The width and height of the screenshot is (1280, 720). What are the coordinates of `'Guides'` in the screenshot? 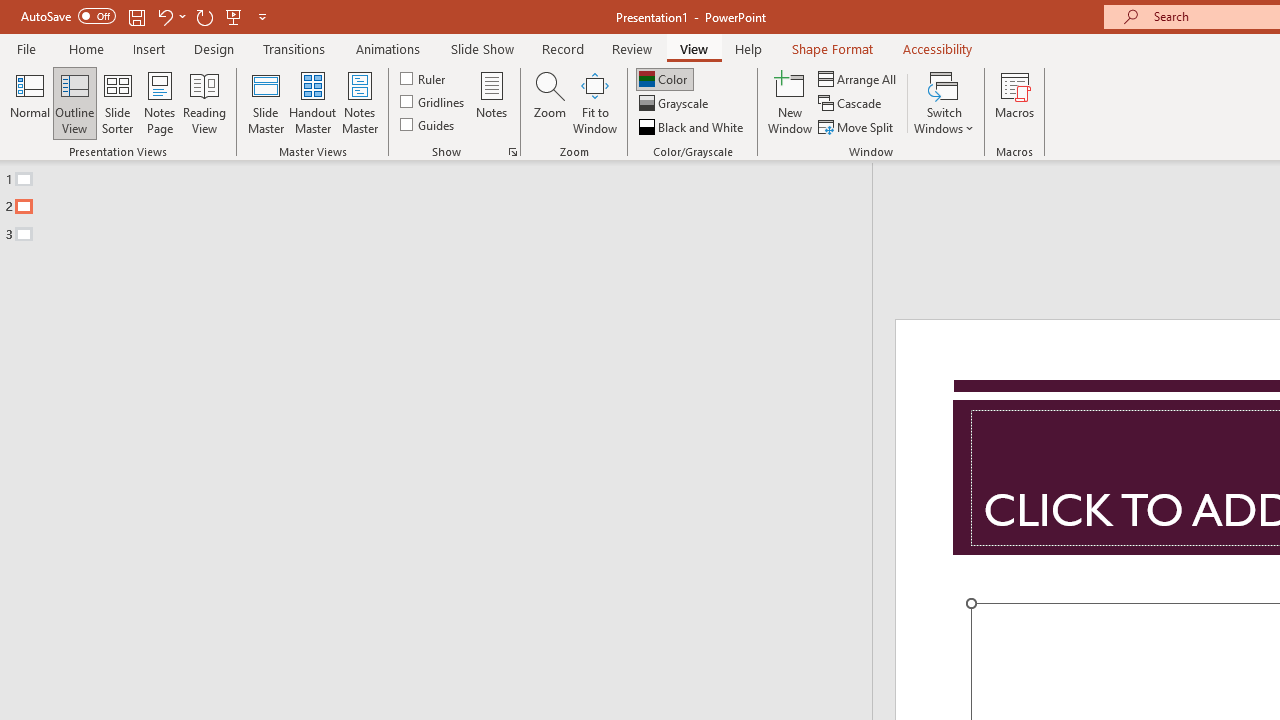 It's located at (427, 124).